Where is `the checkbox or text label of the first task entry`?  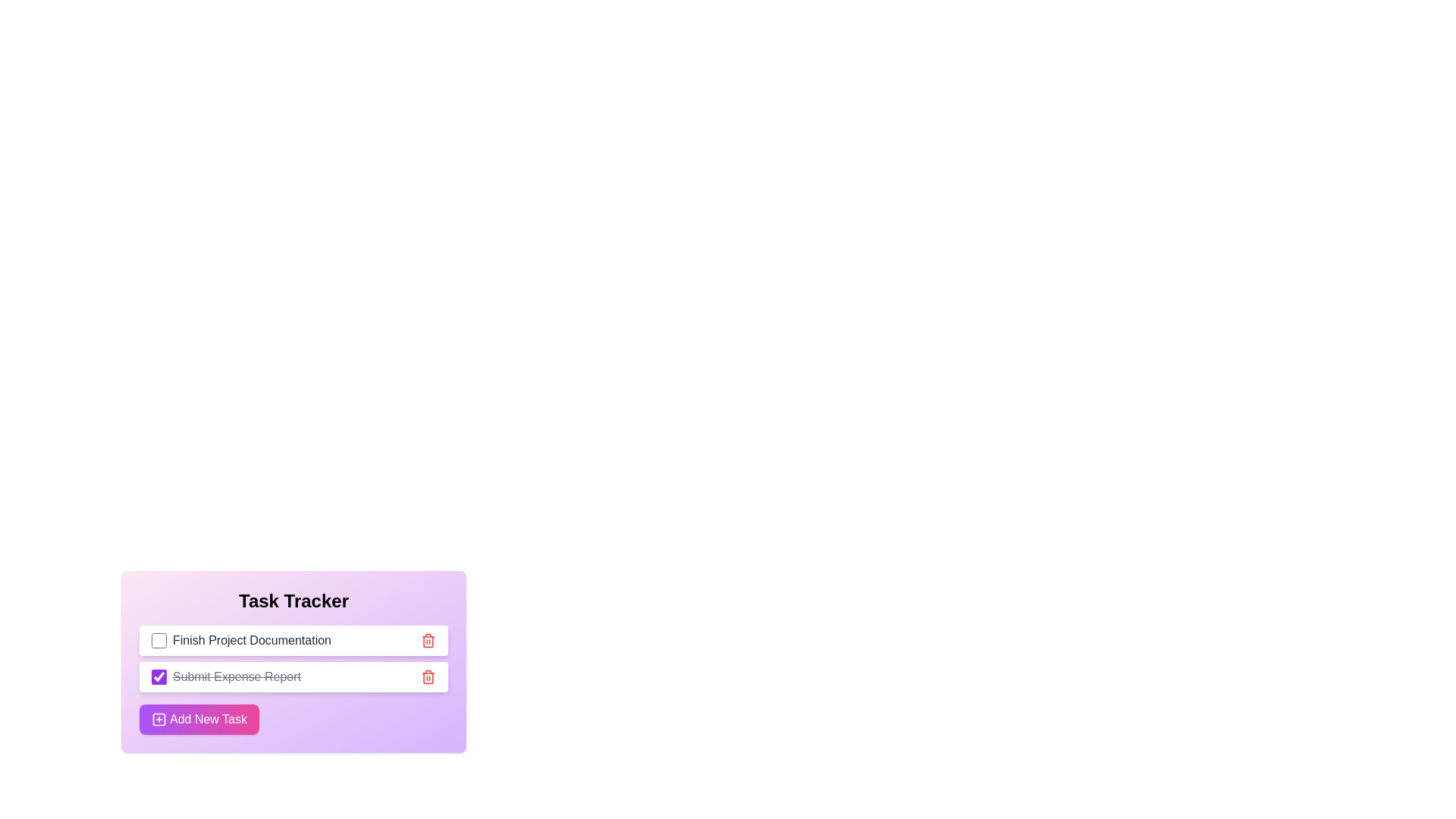
the checkbox or text label of the first task entry is located at coordinates (240, 640).